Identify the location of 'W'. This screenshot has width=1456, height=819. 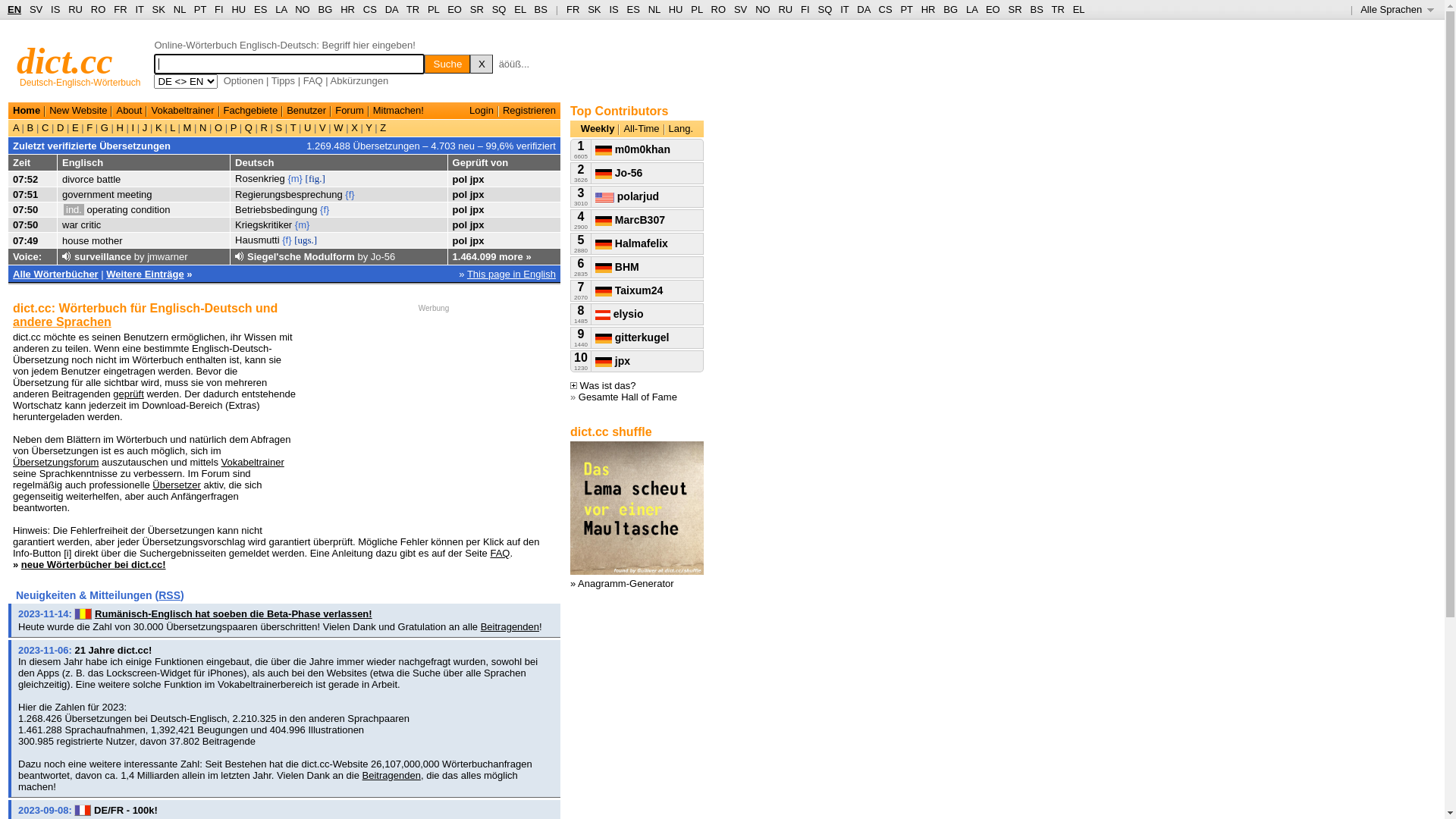
(337, 127).